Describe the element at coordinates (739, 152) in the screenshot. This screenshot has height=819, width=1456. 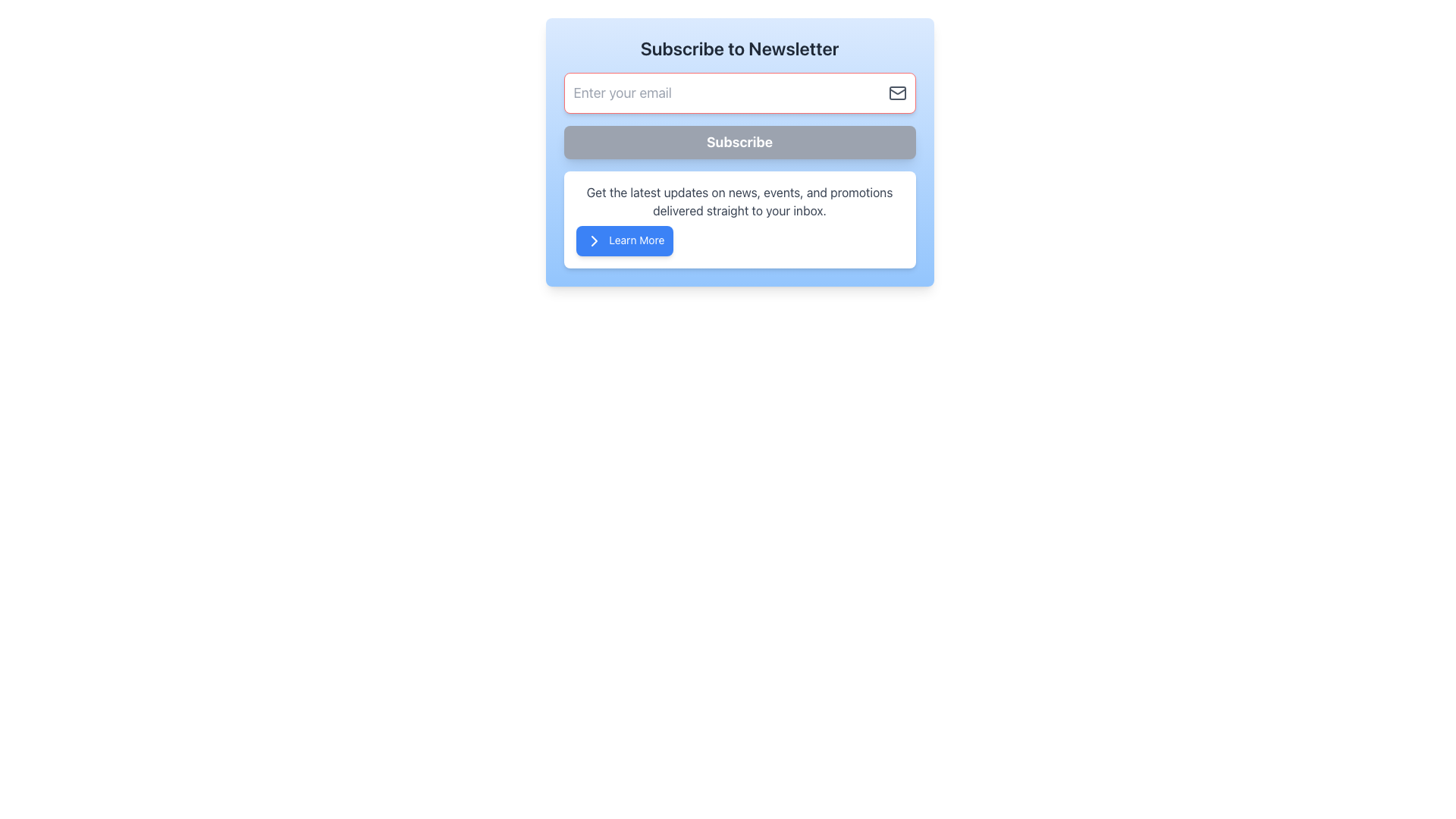
I see `the subscribe button located directly below the email input field labeled 'Enter your email' to attempt subscription` at that location.